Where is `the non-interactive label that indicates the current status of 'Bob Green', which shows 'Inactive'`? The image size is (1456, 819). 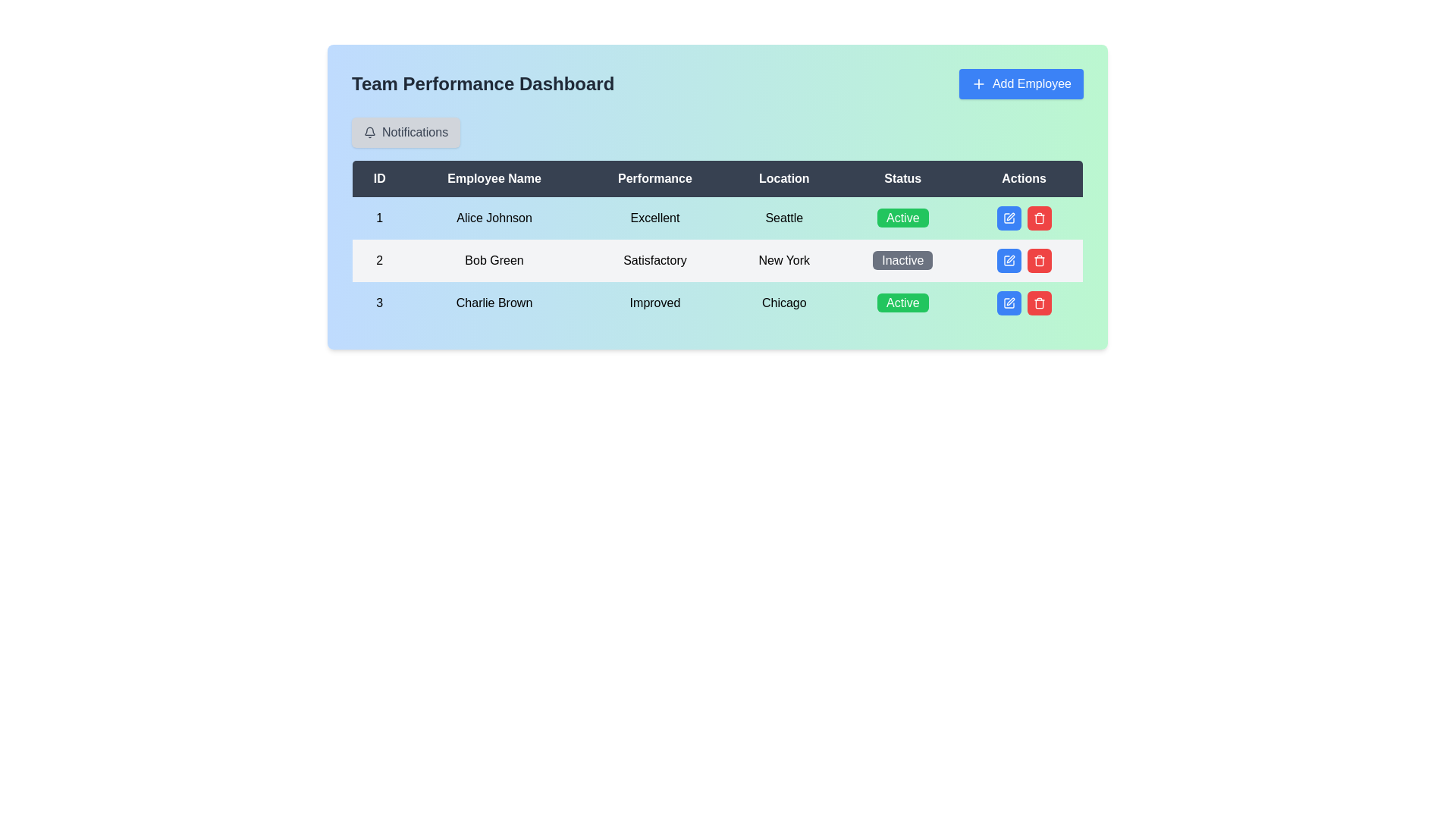
the non-interactive label that indicates the current status of 'Bob Green', which shows 'Inactive' is located at coordinates (902, 259).